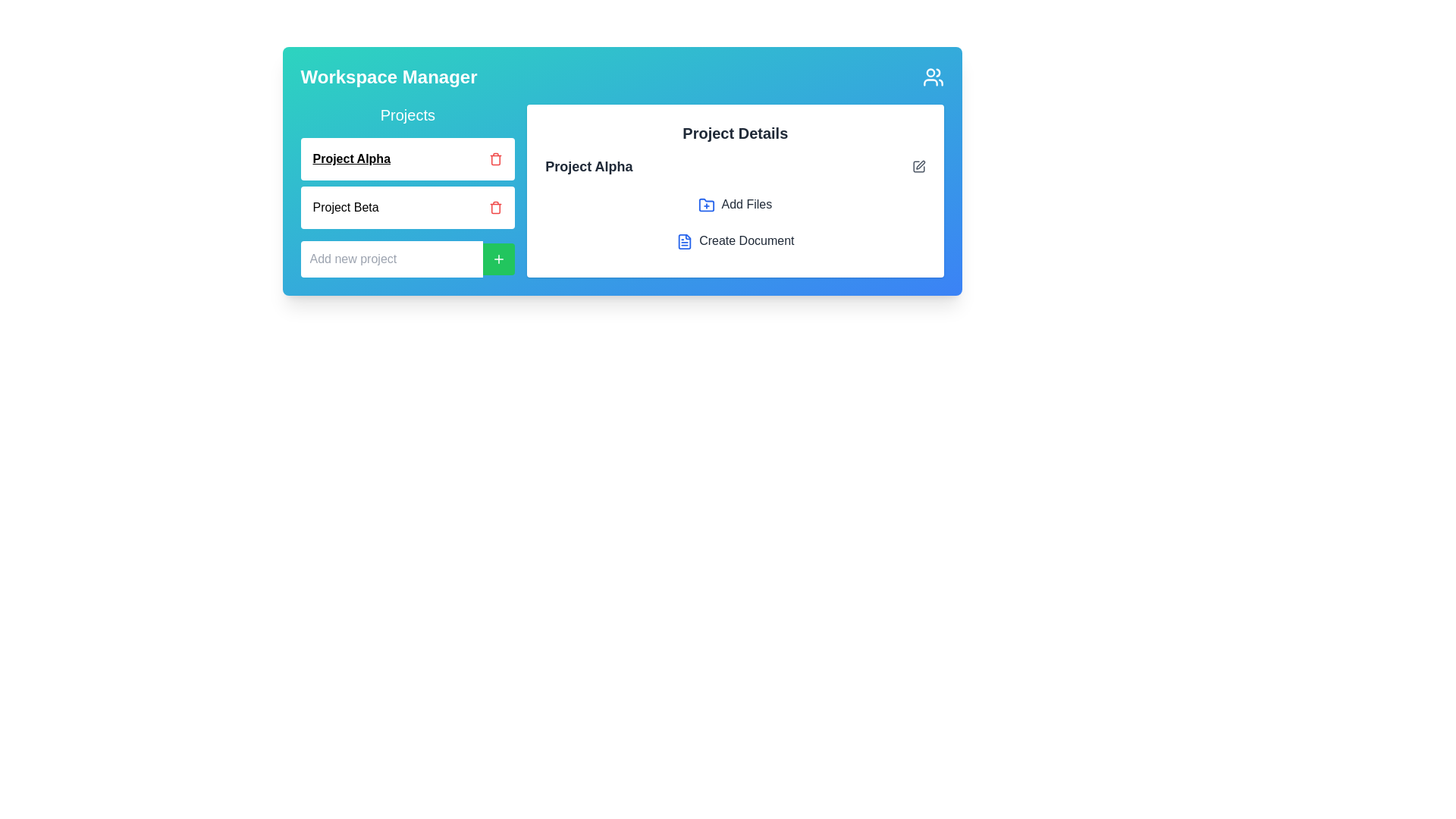  Describe the element at coordinates (407, 190) in the screenshot. I see `the project management panel located in the left section of the interface under the 'Workspace Manager' header, which contains text and actionable icons` at that location.